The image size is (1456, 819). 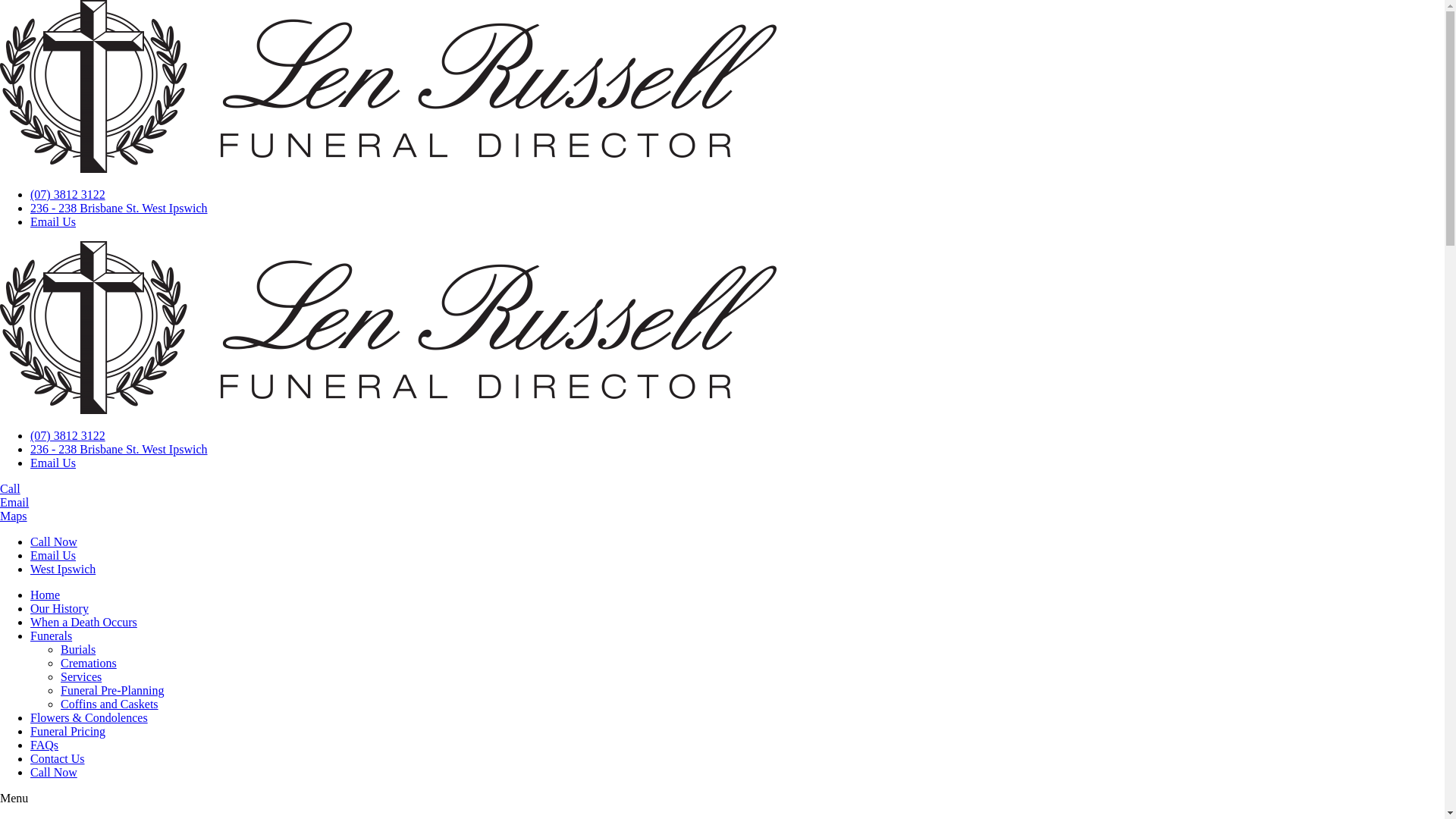 What do you see at coordinates (77, 648) in the screenshot?
I see `'Burials'` at bounding box center [77, 648].